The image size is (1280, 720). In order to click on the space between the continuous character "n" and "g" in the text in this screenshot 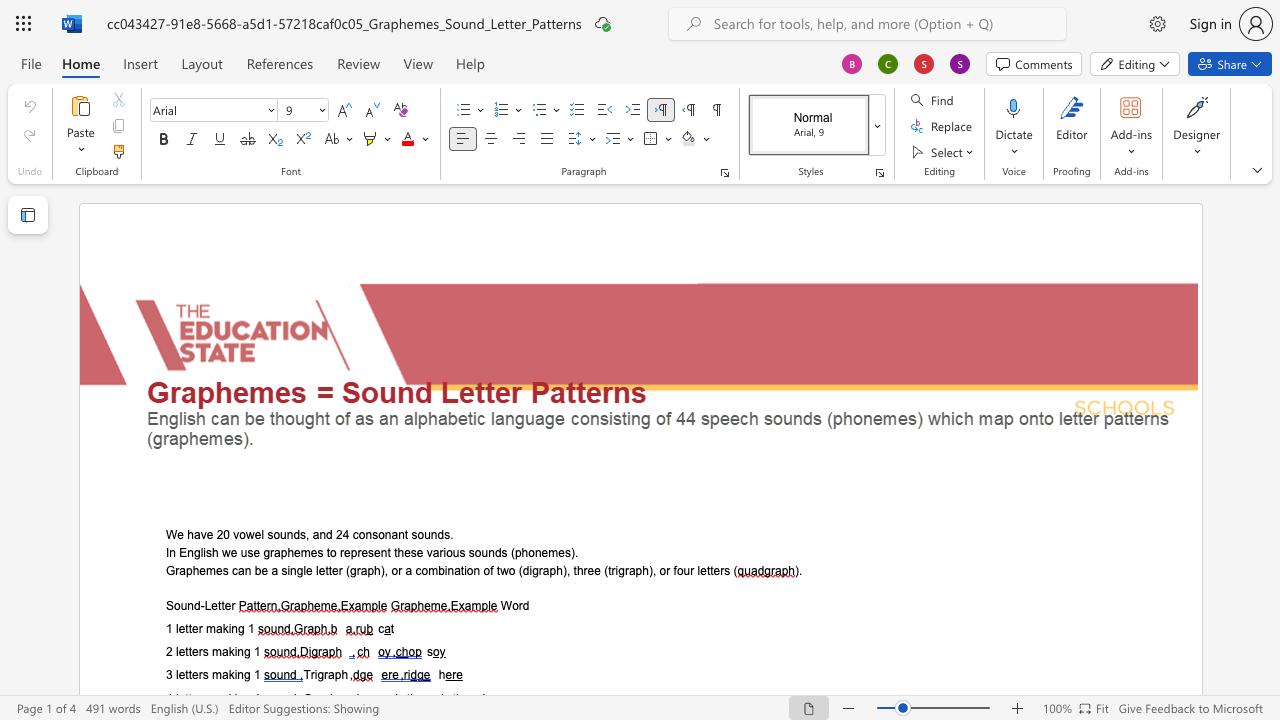, I will do `click(242, 675)`.